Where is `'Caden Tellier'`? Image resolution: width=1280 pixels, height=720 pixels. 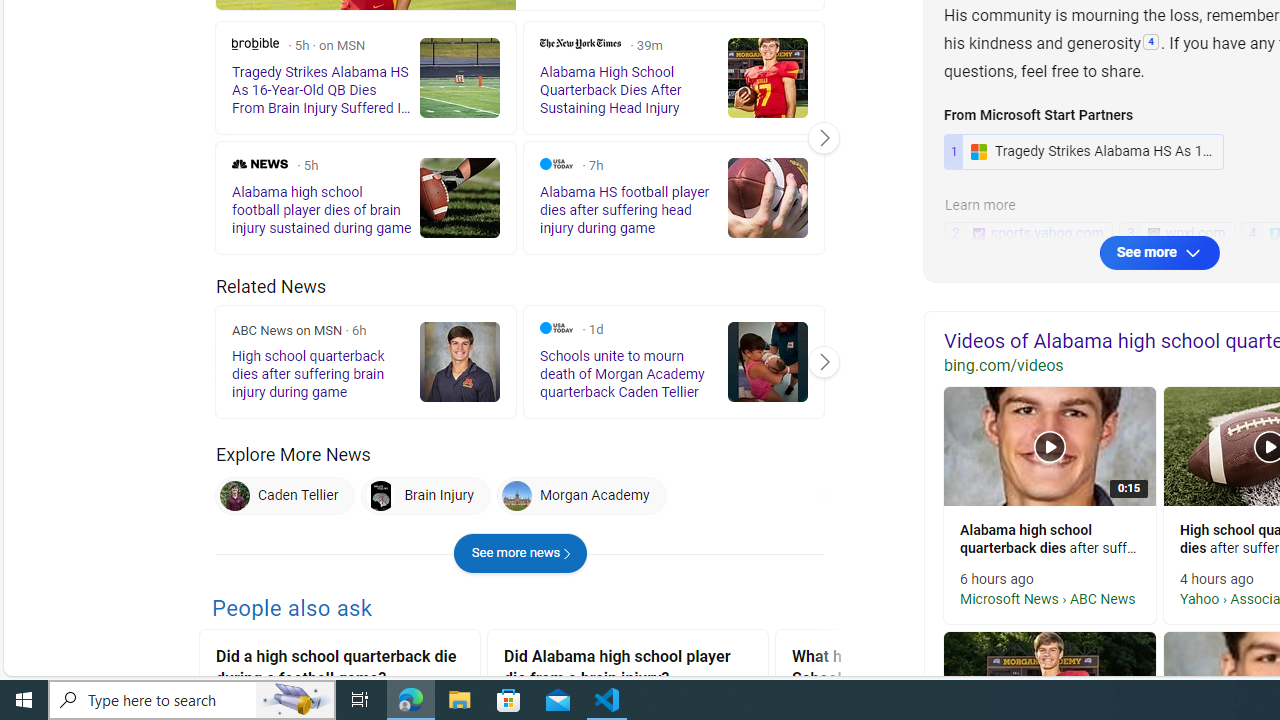
'Caden Tellier' is located at coordinates (284, 495).